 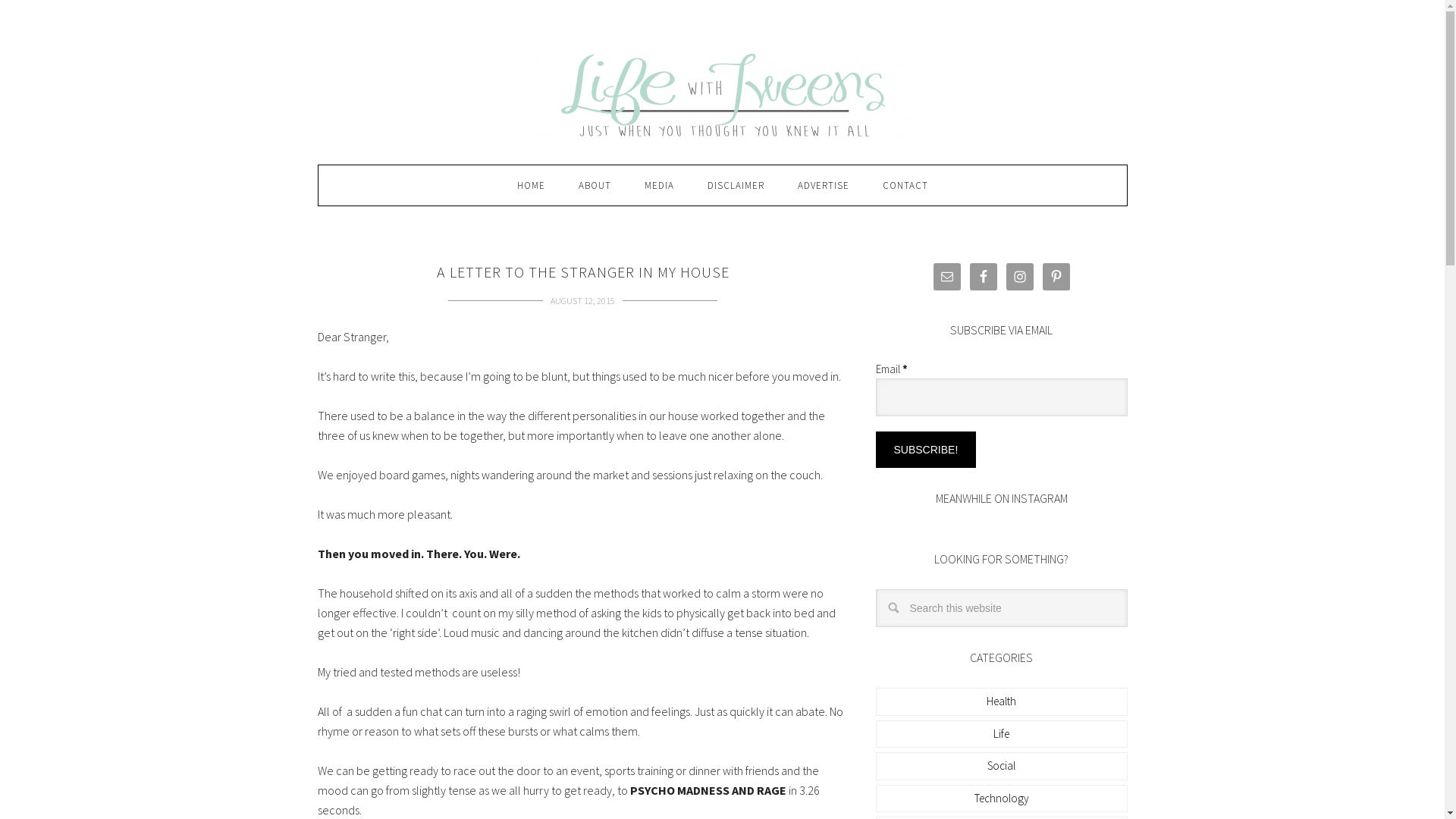 I want to click on 'MEDIA', so click(x=659, y=184).